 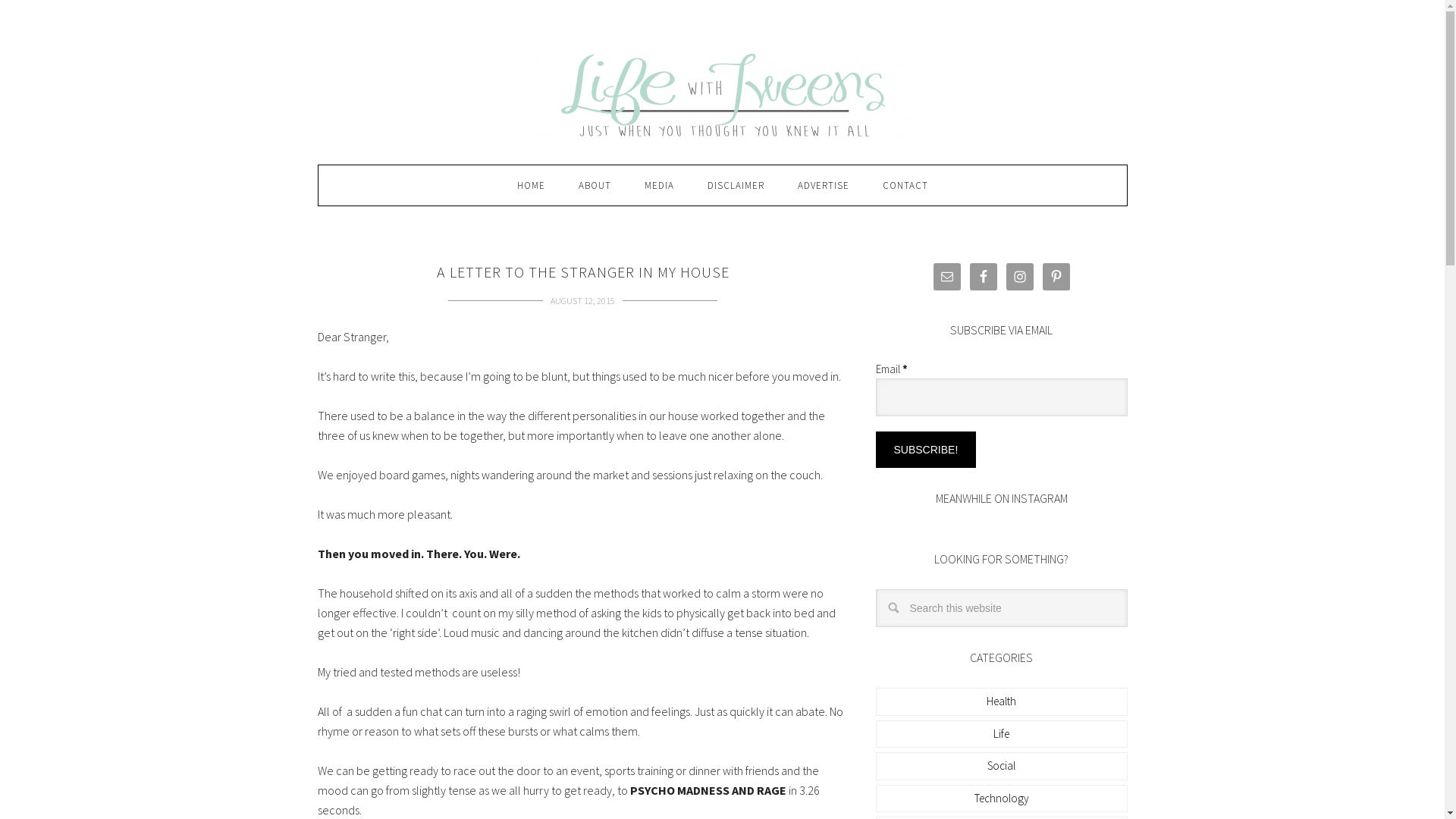 I want to click on 'MEDIA', so click(x=659, y=184).